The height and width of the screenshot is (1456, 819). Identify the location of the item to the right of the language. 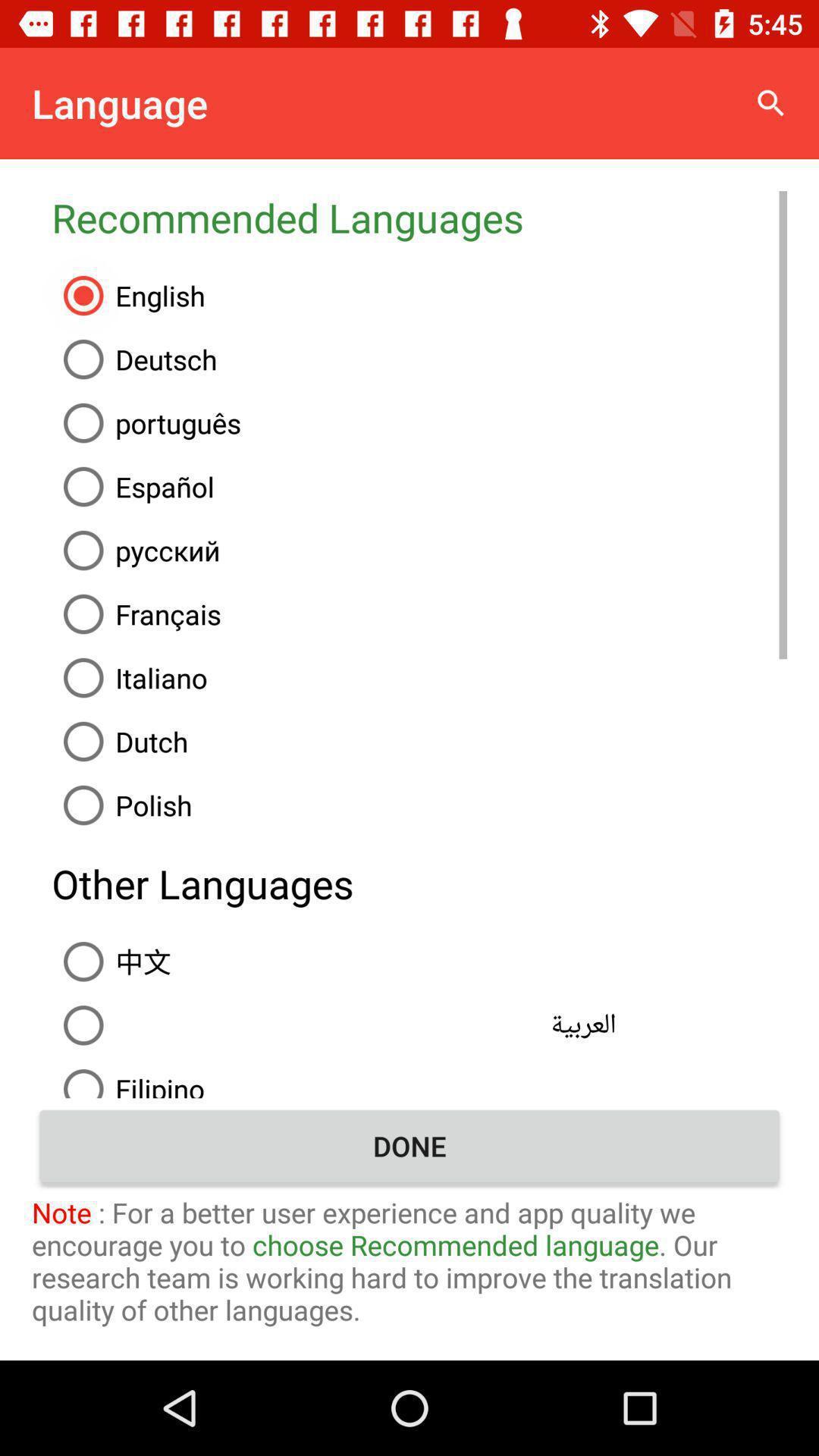
(771, 102).